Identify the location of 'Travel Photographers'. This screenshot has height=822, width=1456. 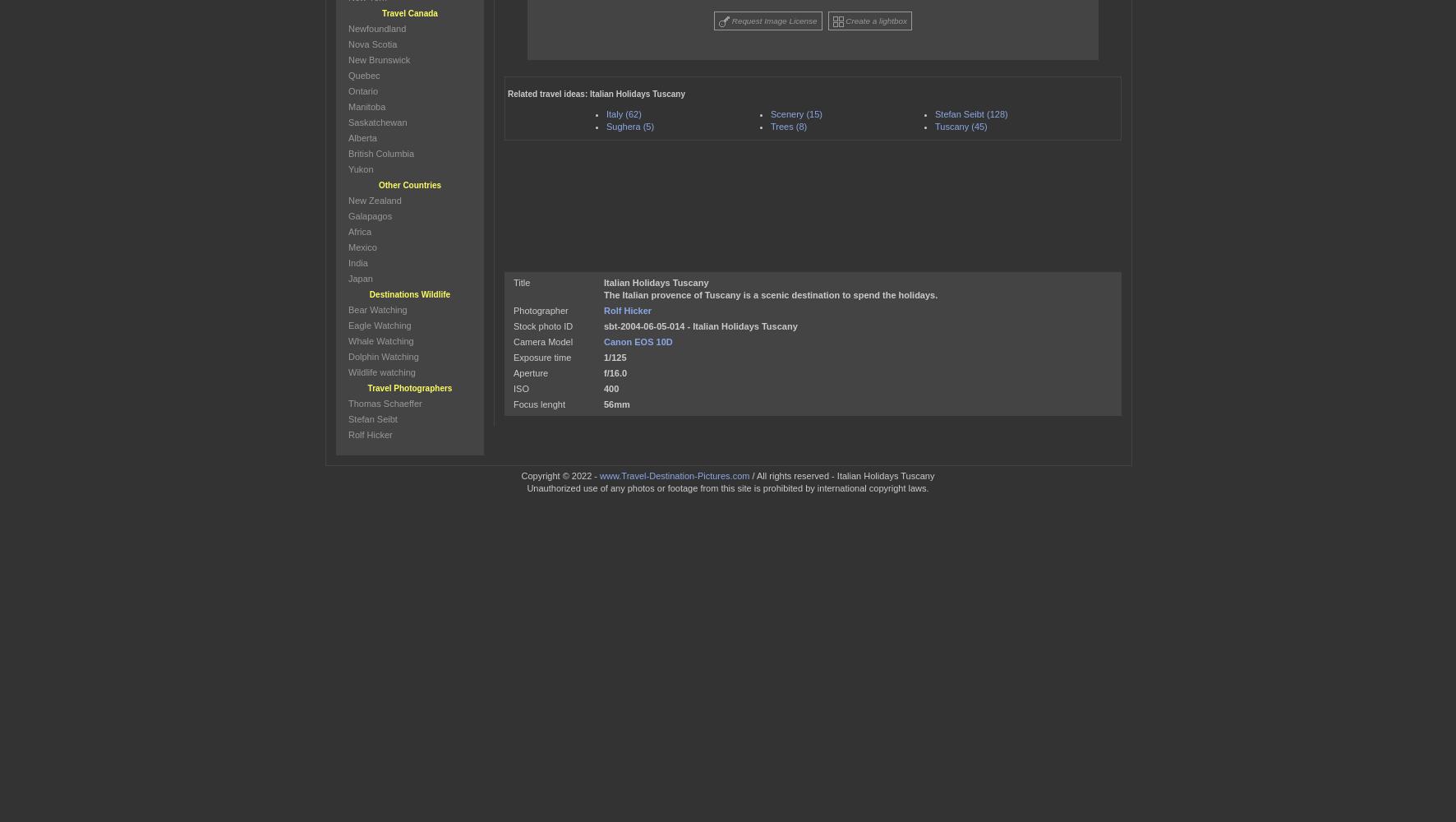
(408, 387).